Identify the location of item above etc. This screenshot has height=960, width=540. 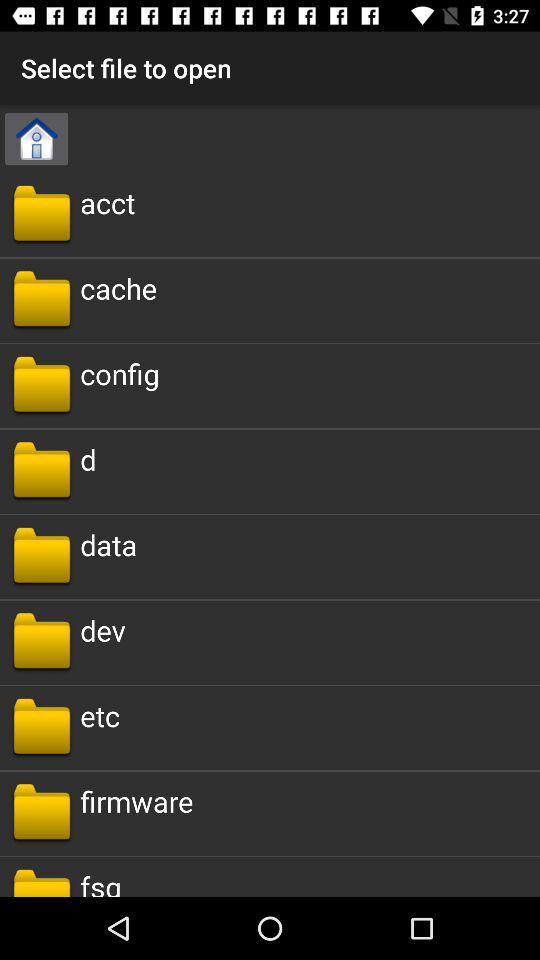
(102, 629).